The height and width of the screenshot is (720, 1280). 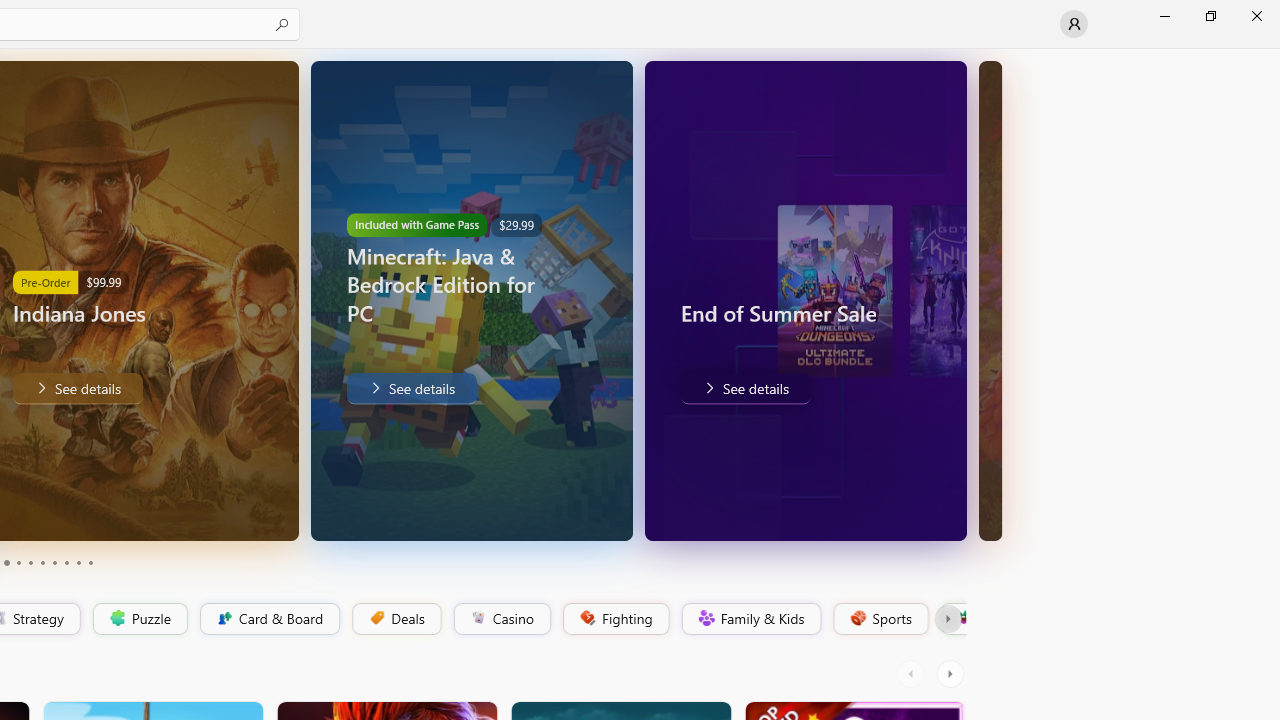 I want to click on 'Page 9', so click(x=78, y=563).